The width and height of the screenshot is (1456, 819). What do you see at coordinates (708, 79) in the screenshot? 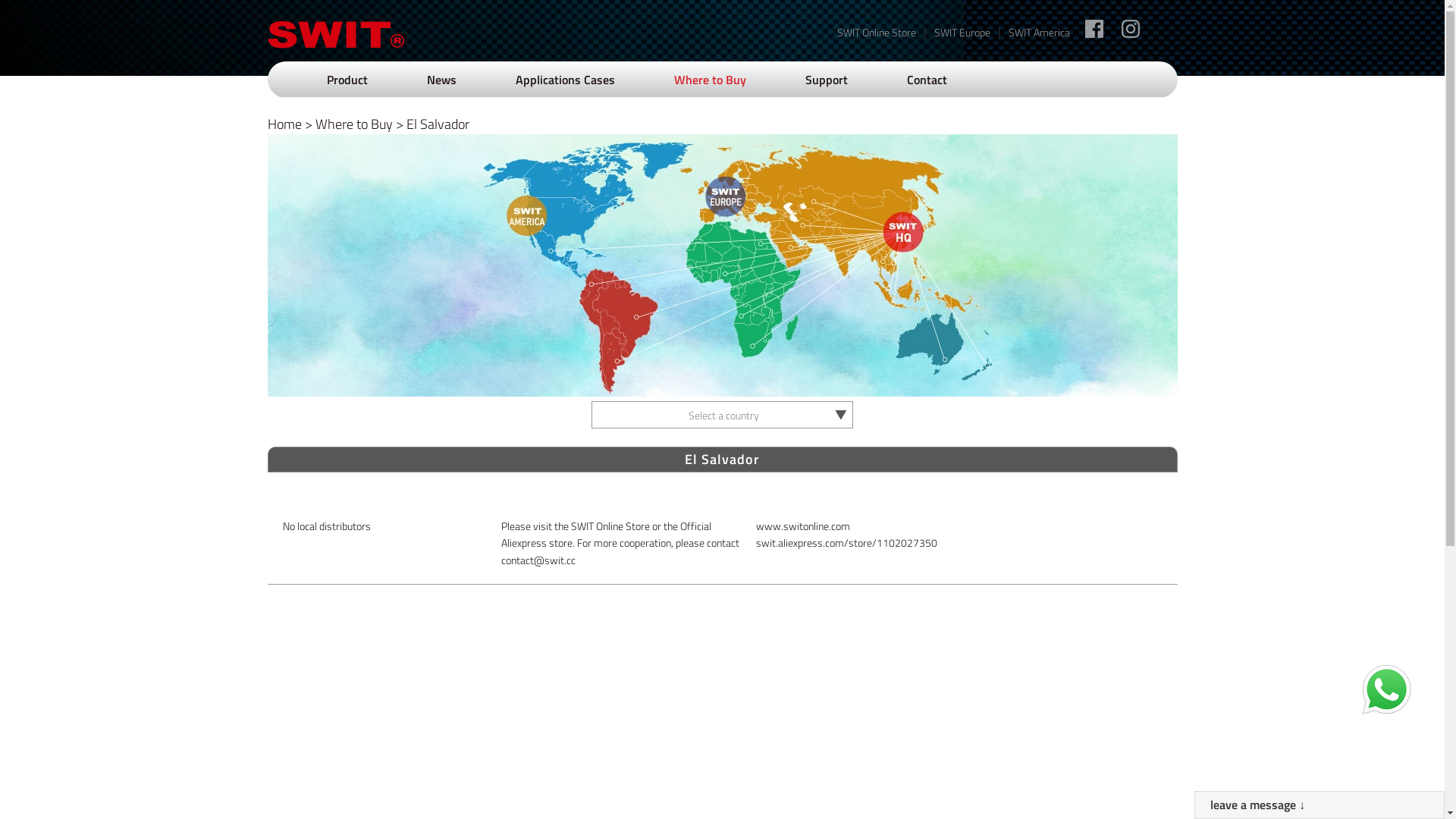
I see `'Where to Buy'` at bounding box center [708, 79].